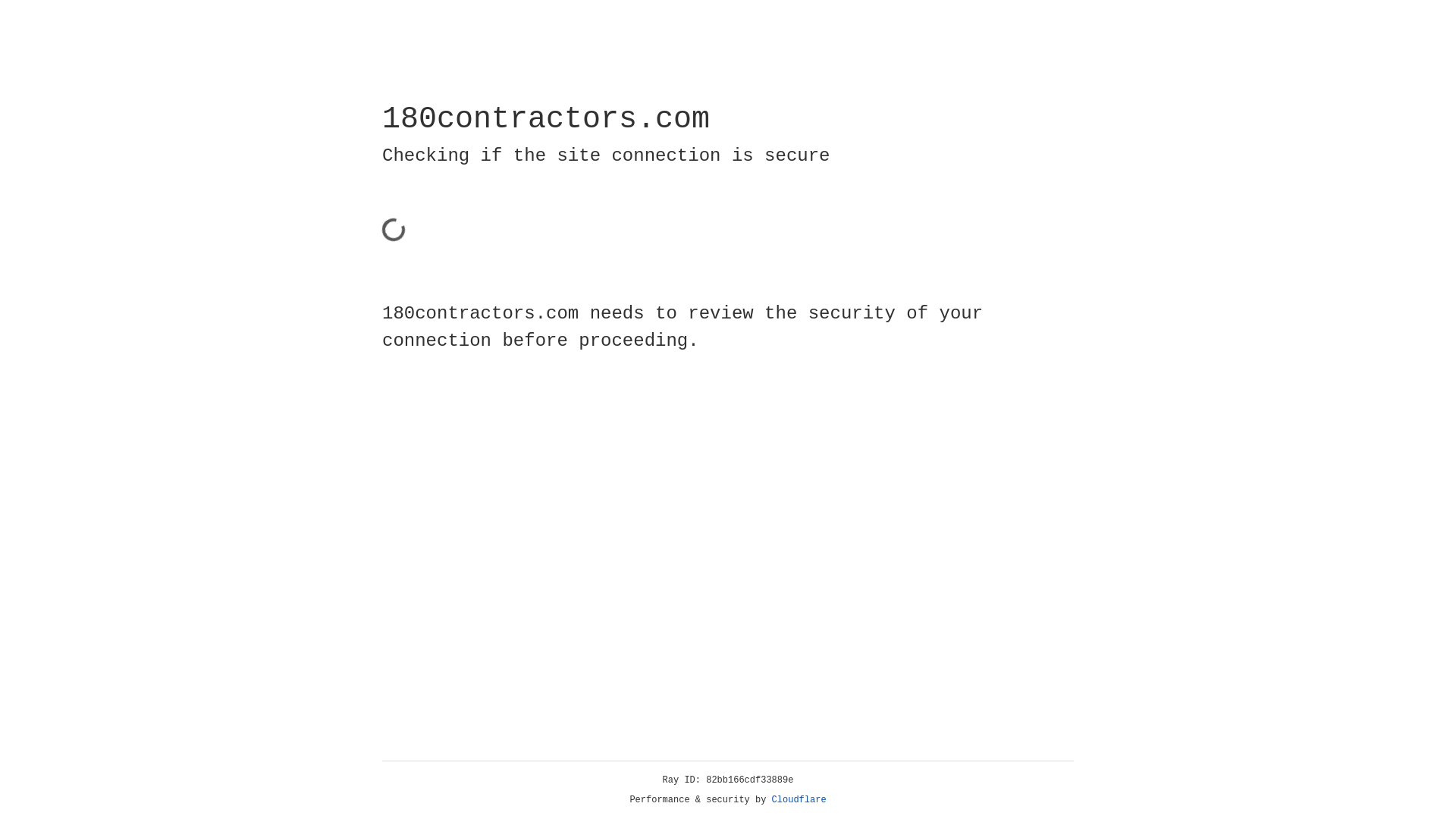  I want to click on 'Cloudflare', so click(771, 799).